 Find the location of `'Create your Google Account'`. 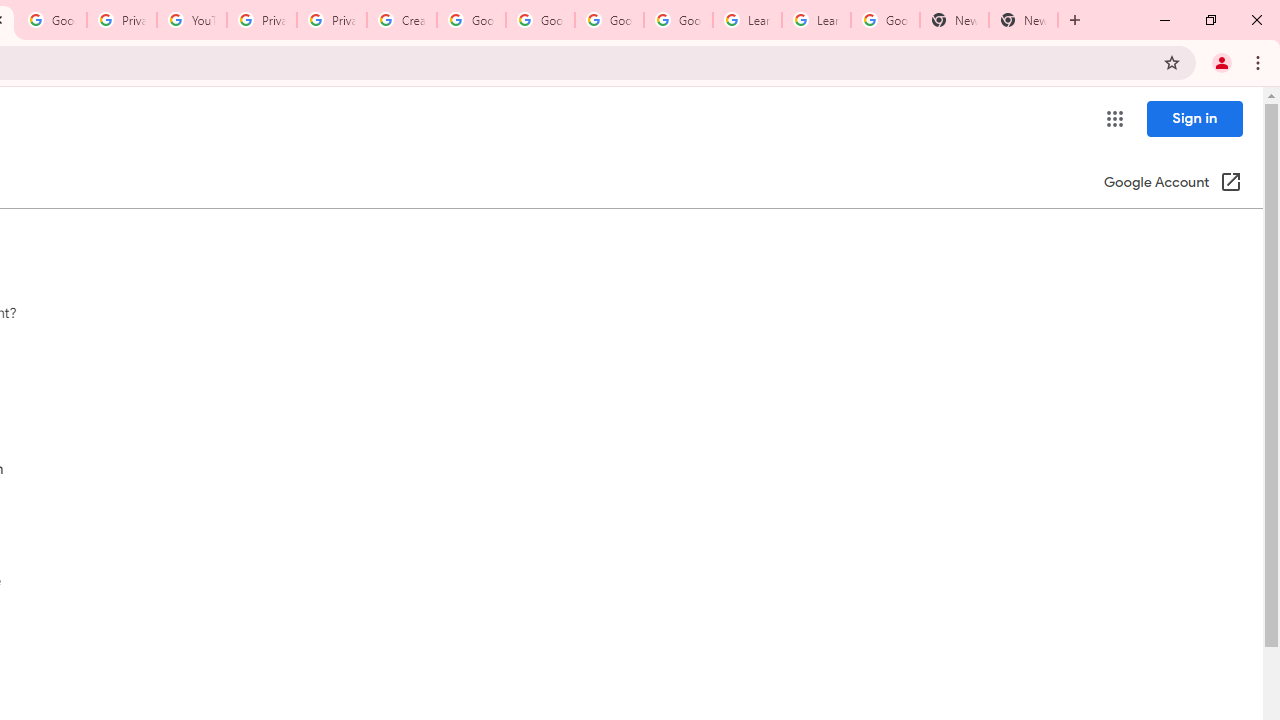

'Create your Google Account' is located at coordinates (400, 20).